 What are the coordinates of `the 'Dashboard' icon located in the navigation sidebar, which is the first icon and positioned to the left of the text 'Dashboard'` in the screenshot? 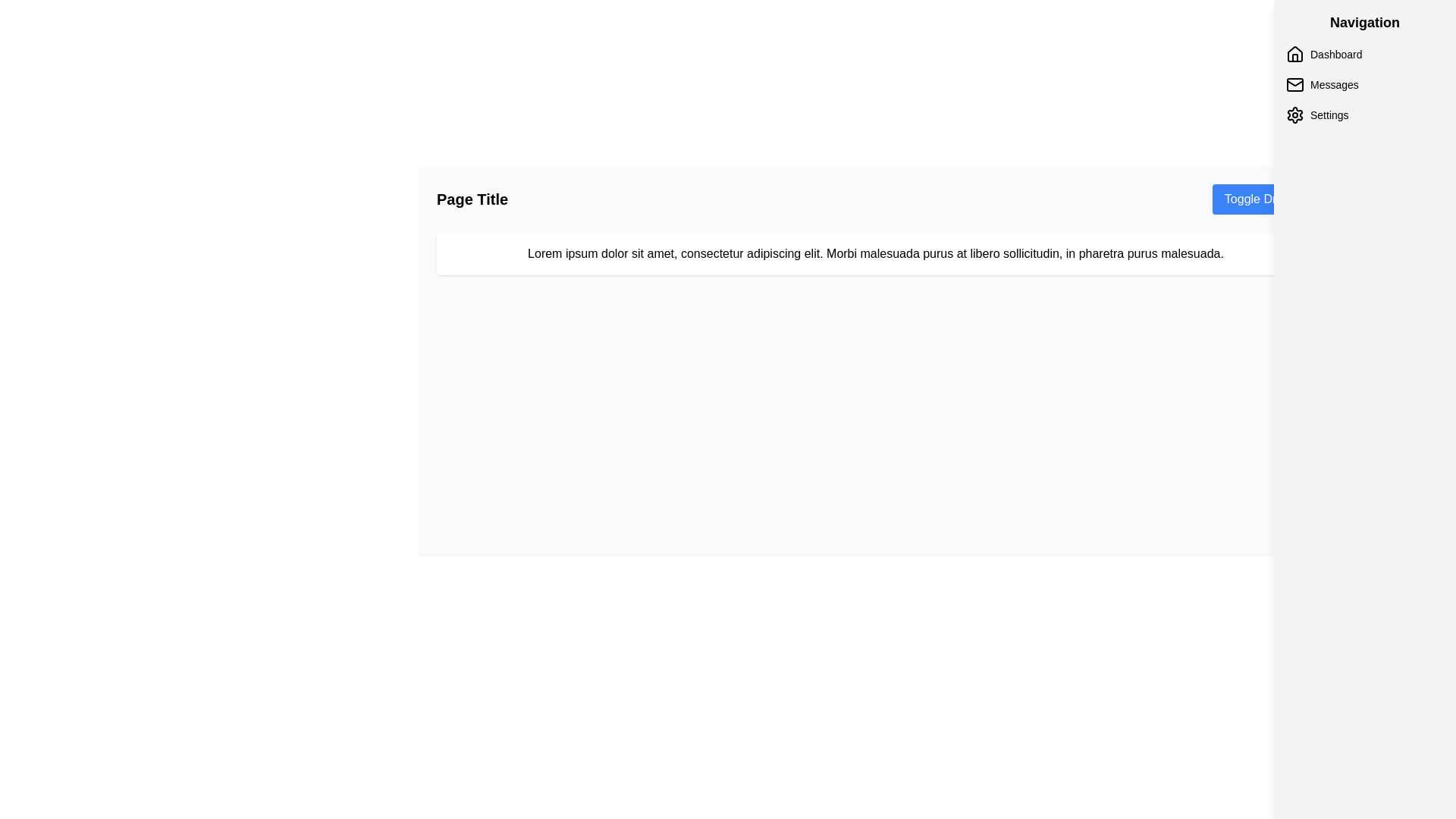 It's located at (1294, 54).